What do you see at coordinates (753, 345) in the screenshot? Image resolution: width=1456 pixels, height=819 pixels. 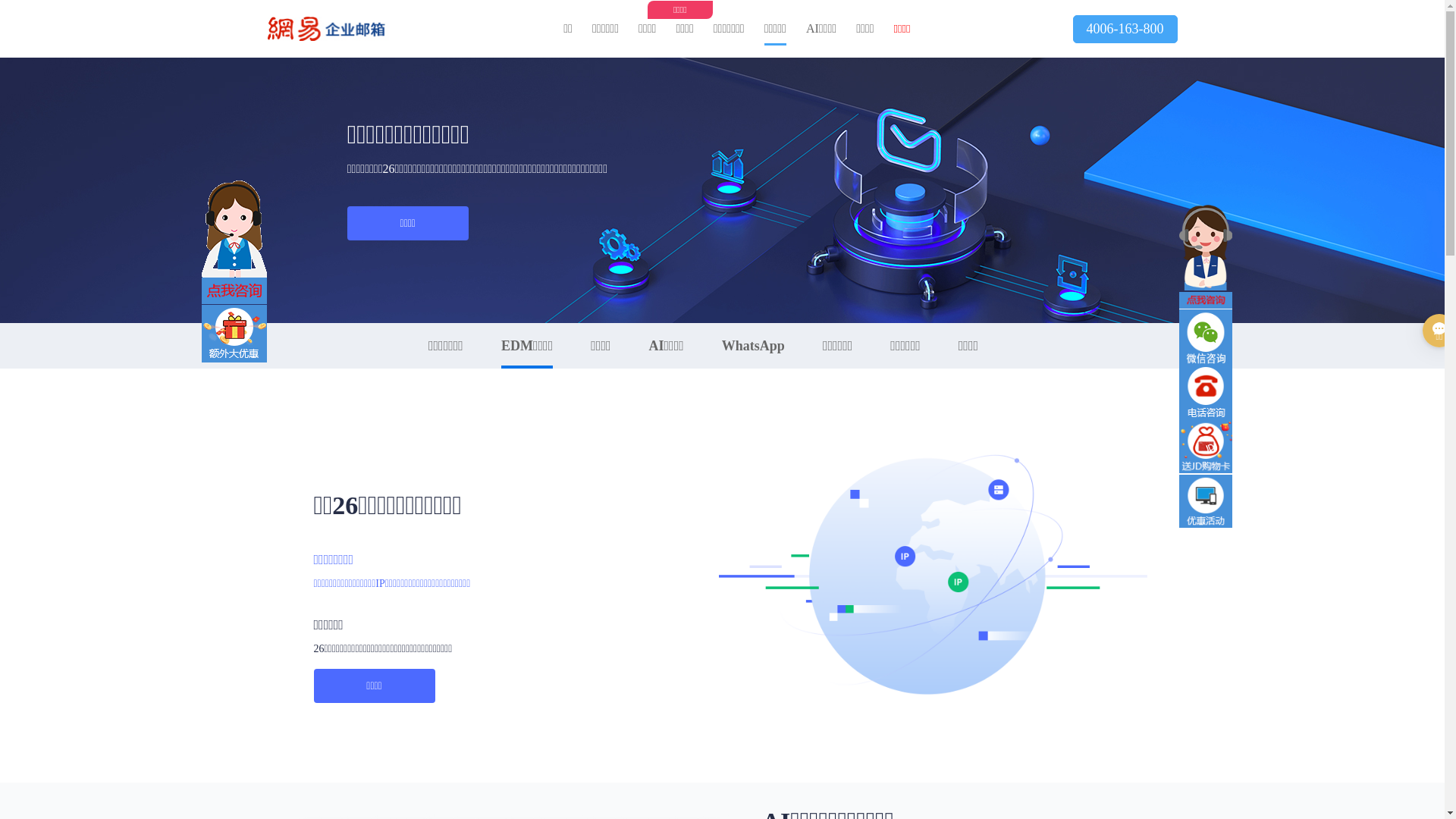 I see `'WhatsApp'` at bounding box center [753, 345].